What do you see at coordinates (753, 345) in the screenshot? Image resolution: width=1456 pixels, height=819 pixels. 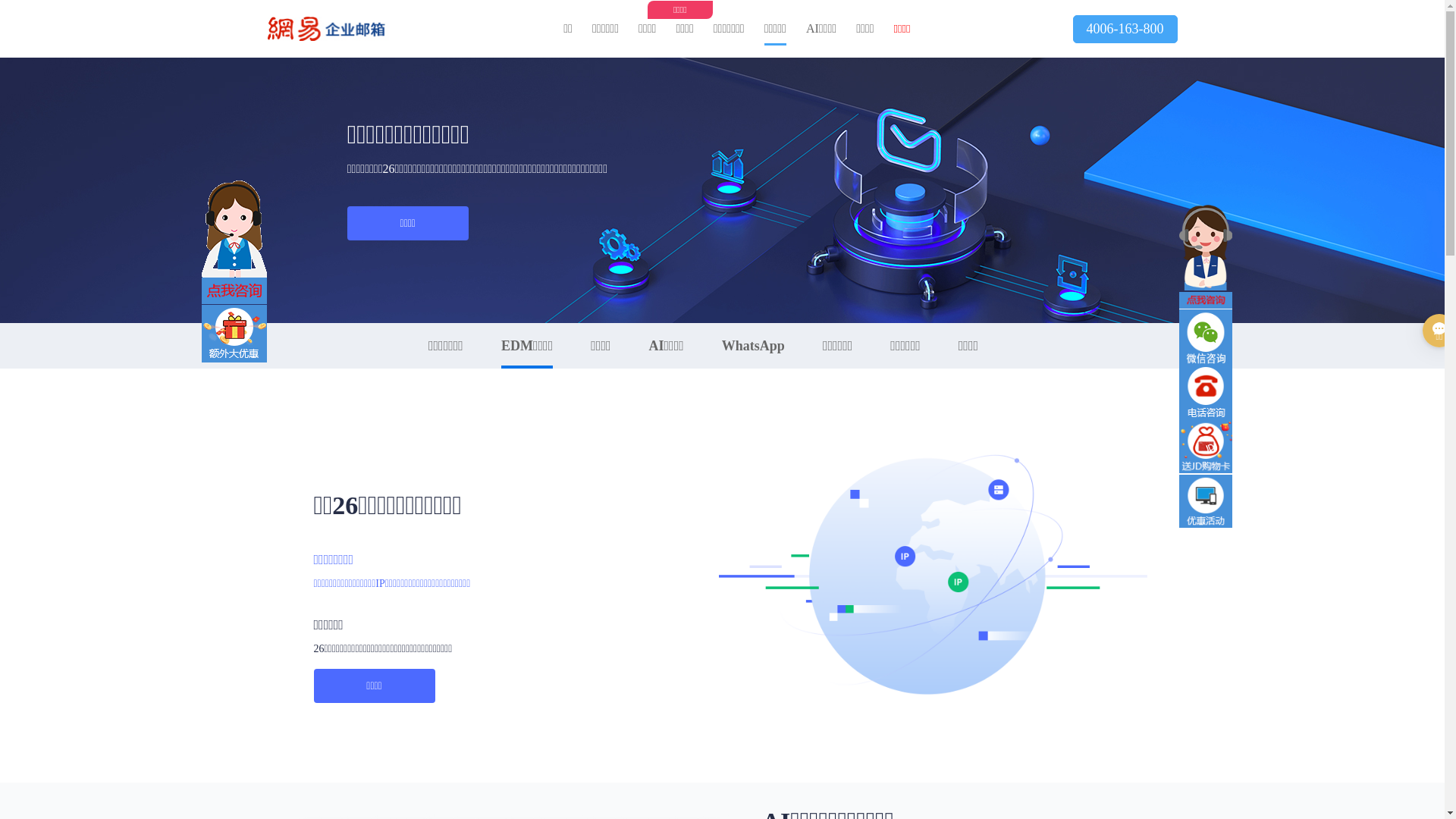 I see `'WhatsApp'` at bounding box center [753, 345].